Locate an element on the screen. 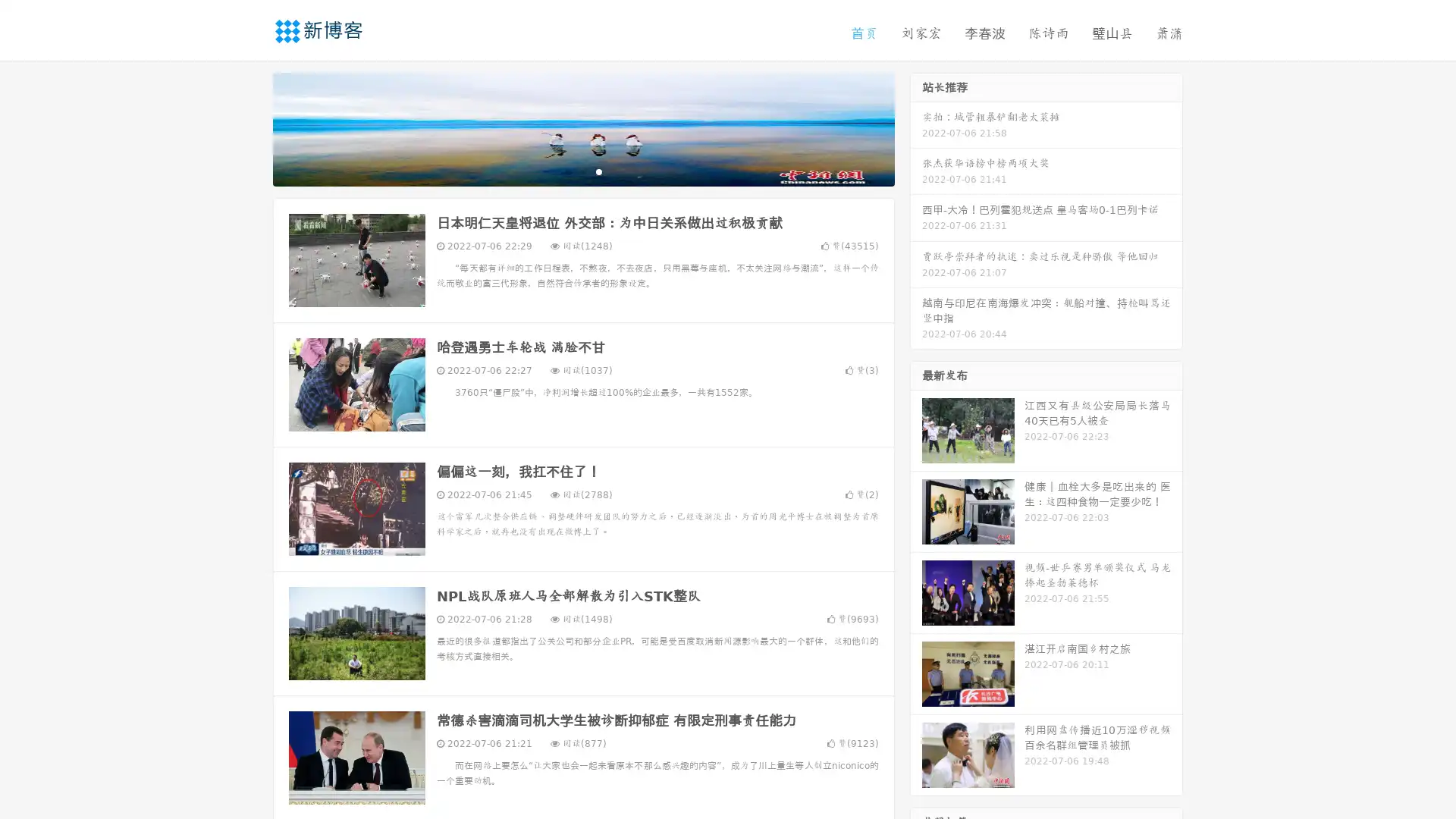  Go to slide 3 is located at coordinates (598, 171).